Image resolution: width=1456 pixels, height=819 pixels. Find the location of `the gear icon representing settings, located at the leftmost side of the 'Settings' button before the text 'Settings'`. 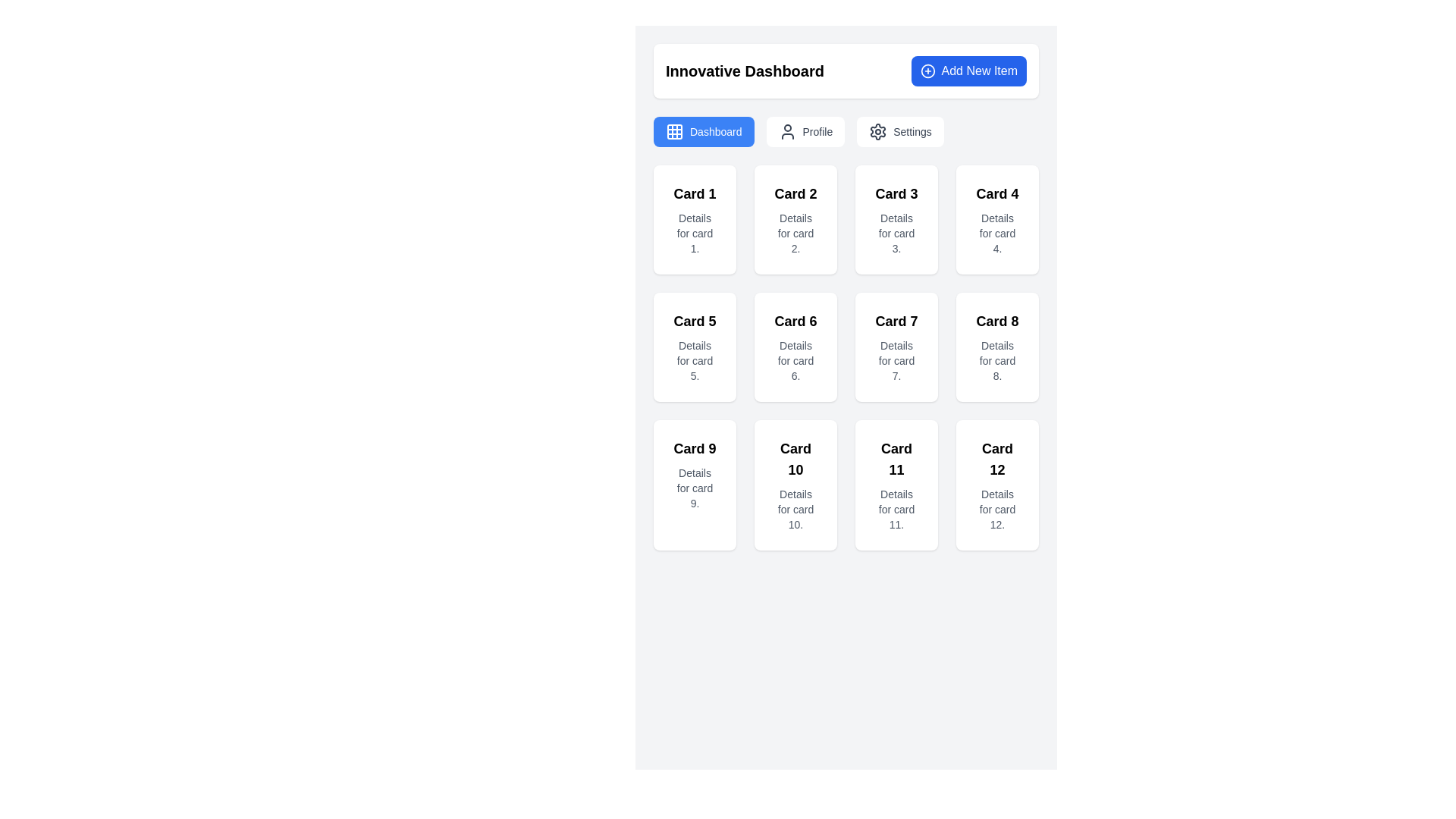

the gear icon representing settings, located at the leftmost side of the 'Settings' button before the text 'Settings' is located at coordinates (877, 130).